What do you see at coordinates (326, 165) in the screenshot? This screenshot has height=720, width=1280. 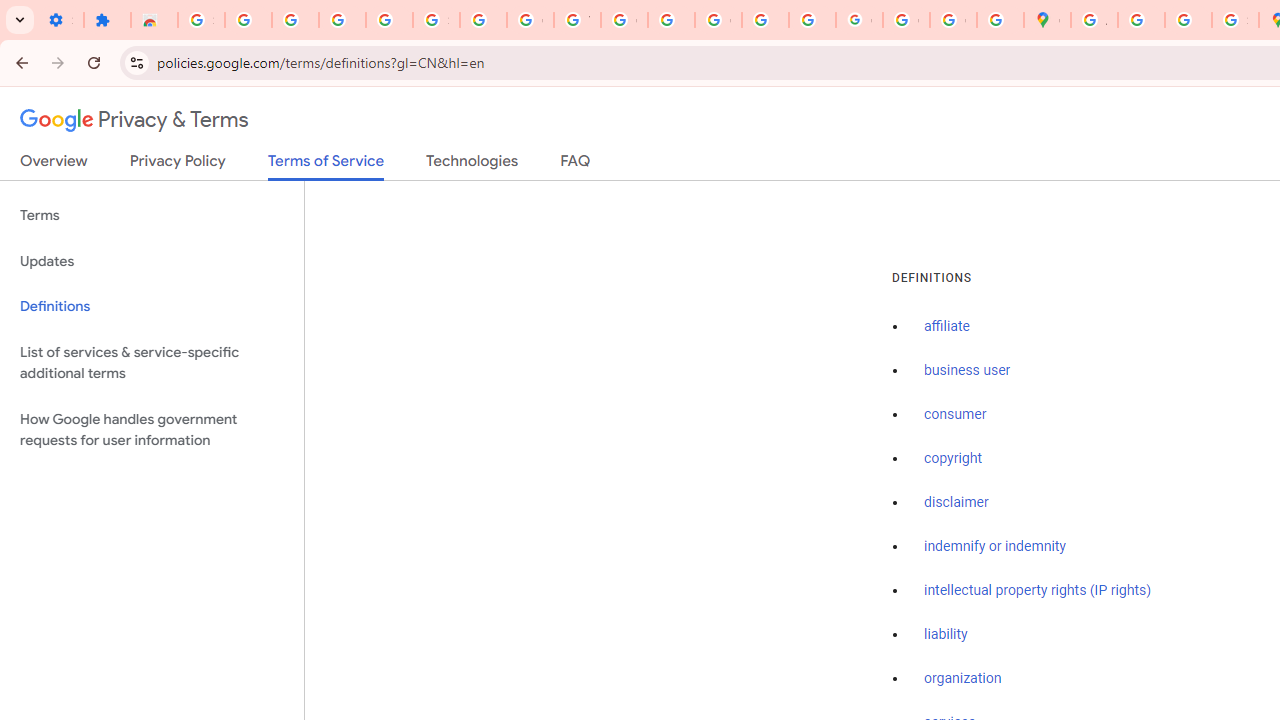 I see `'Terms of Service'` at bounding box center [326, 165].